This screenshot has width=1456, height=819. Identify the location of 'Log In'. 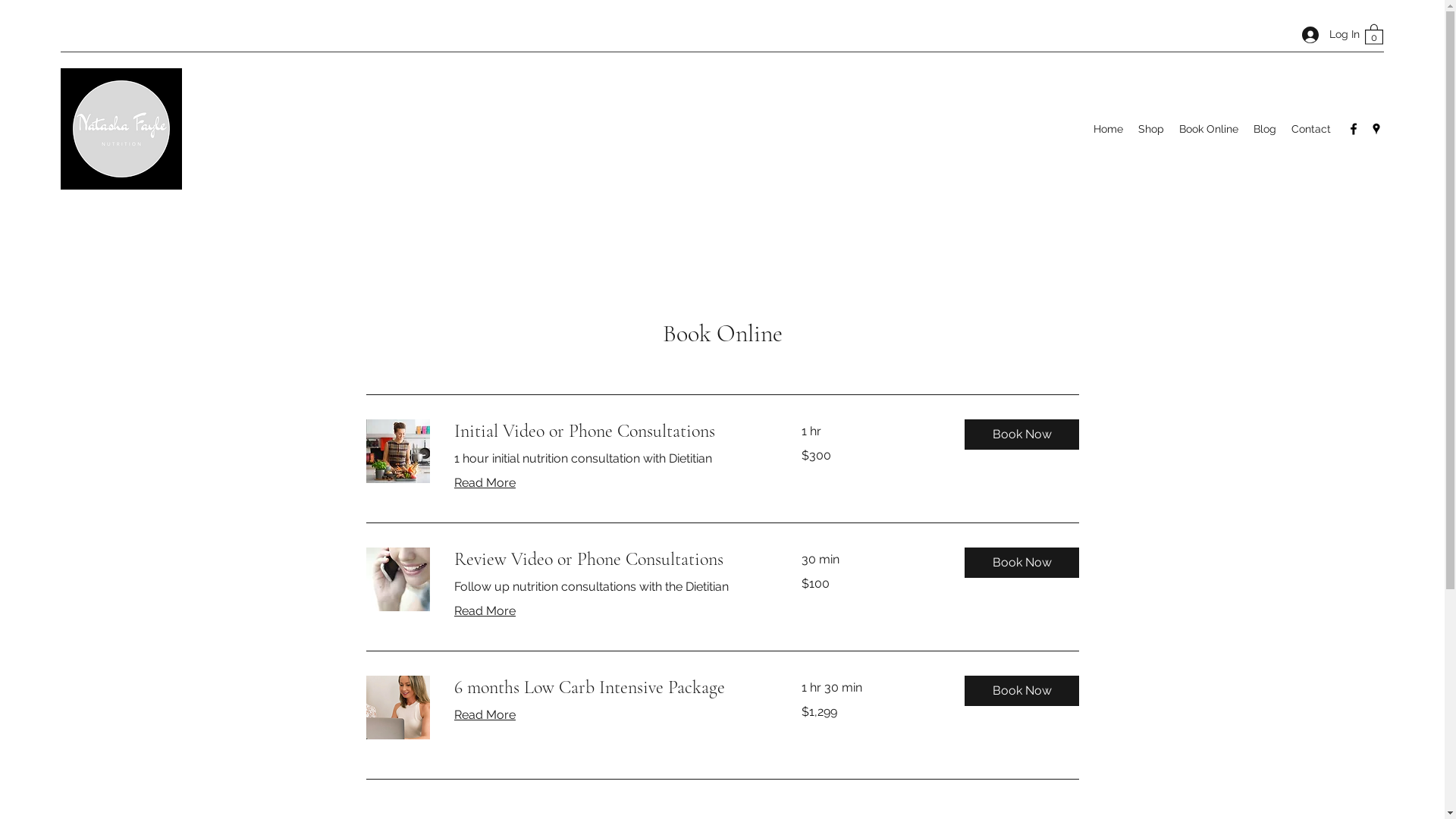
(1324, 34).